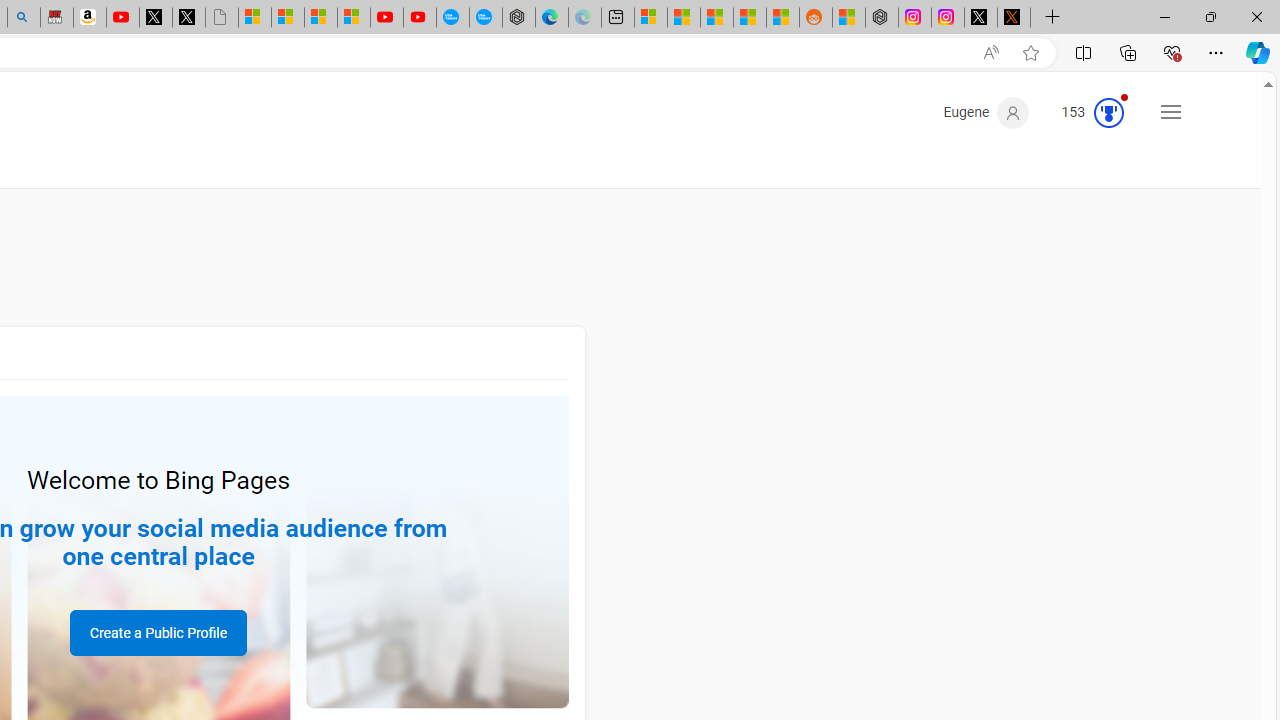  I want to click on 'Shanghai, China hourly forecast | Microsoft Weather', so click(717, 17).